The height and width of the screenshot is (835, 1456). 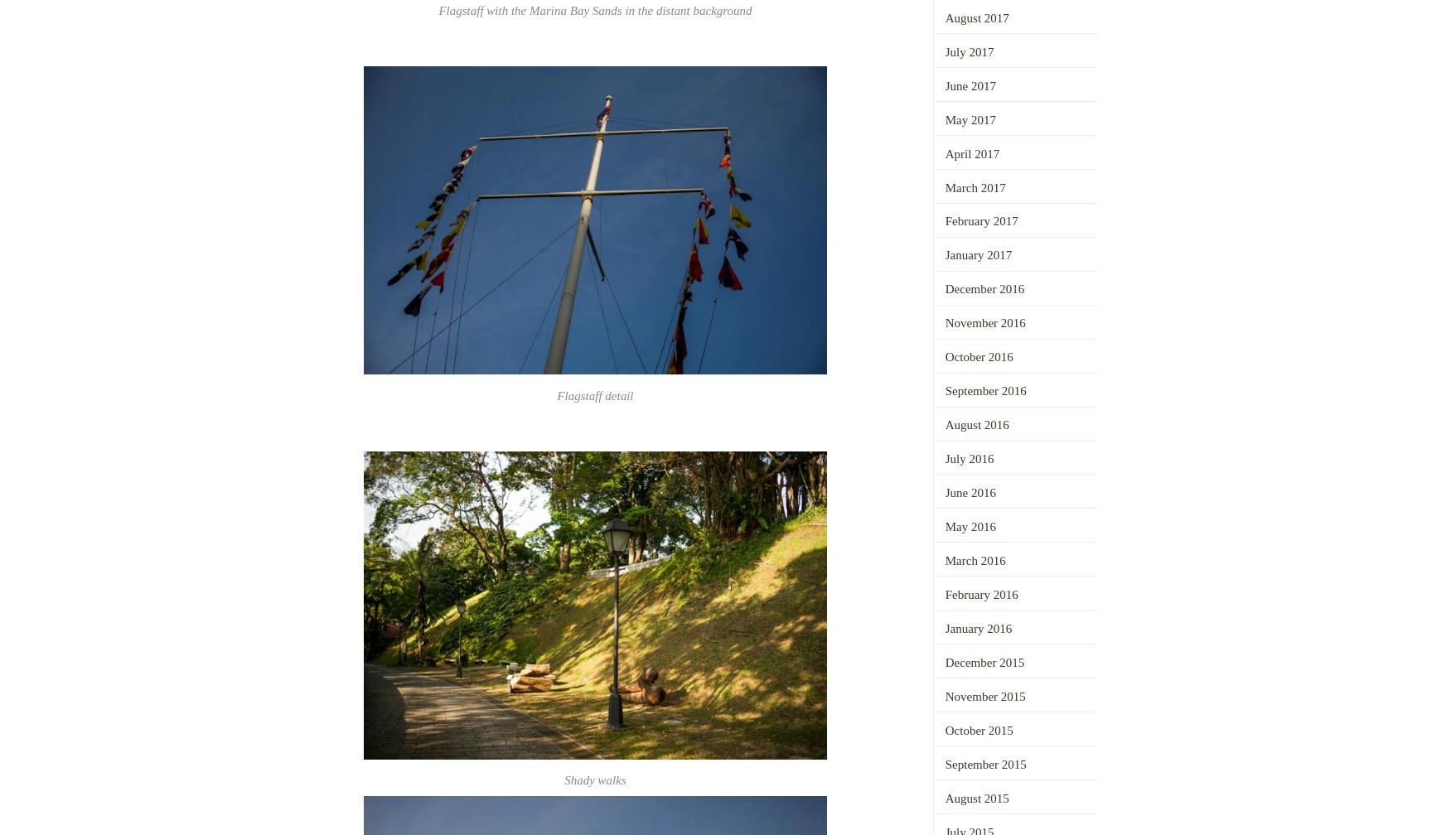 I want to click on 'August 2015', so click(x=975, y=798).